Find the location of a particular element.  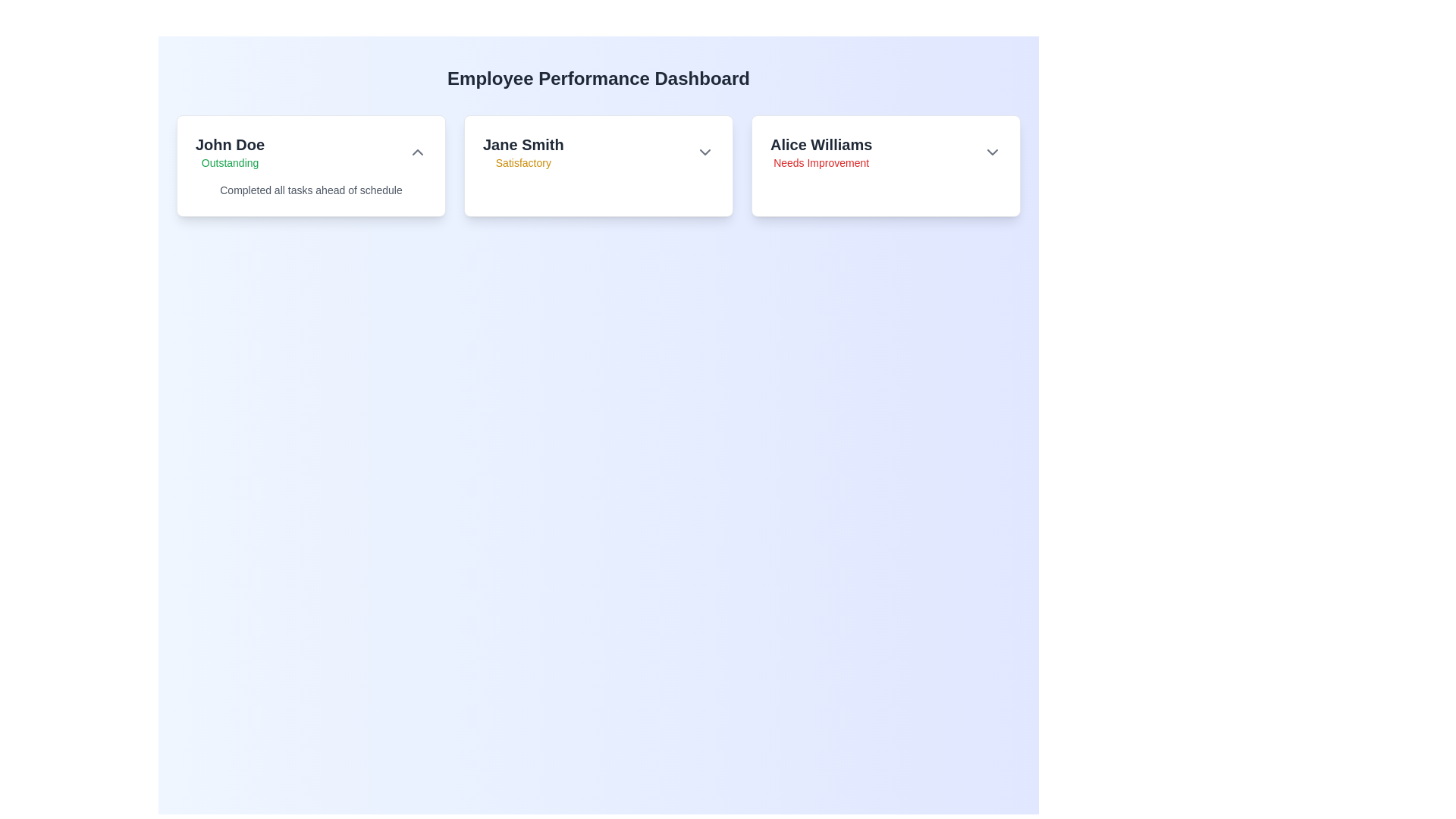

text label displaying 'Alice Williams' which is prominently styled in bold and large size, located at the top of the card in the 'Employee Performance Dashboard' is located at coordinates (821, 145).